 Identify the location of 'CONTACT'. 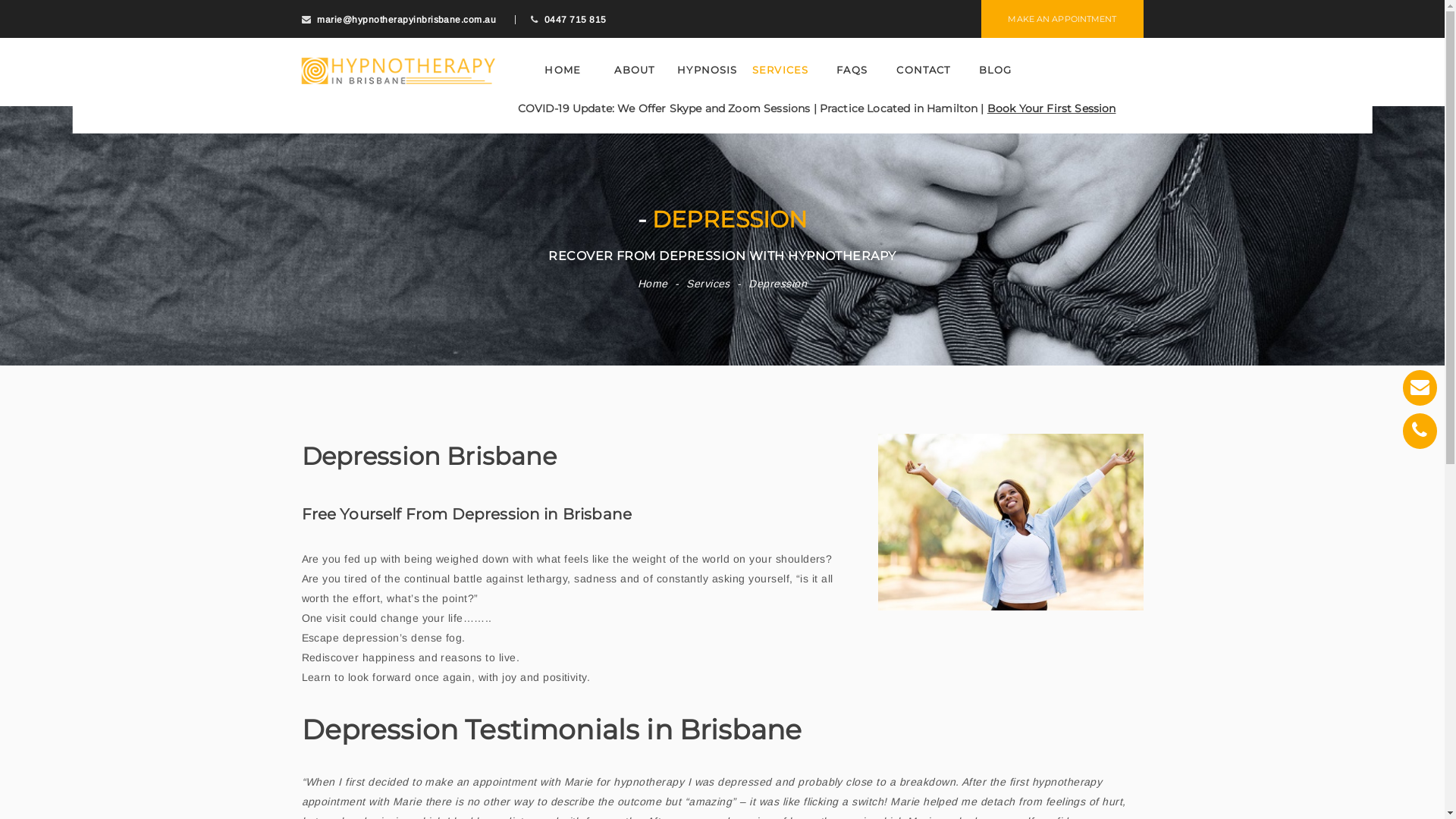
(889, 70).